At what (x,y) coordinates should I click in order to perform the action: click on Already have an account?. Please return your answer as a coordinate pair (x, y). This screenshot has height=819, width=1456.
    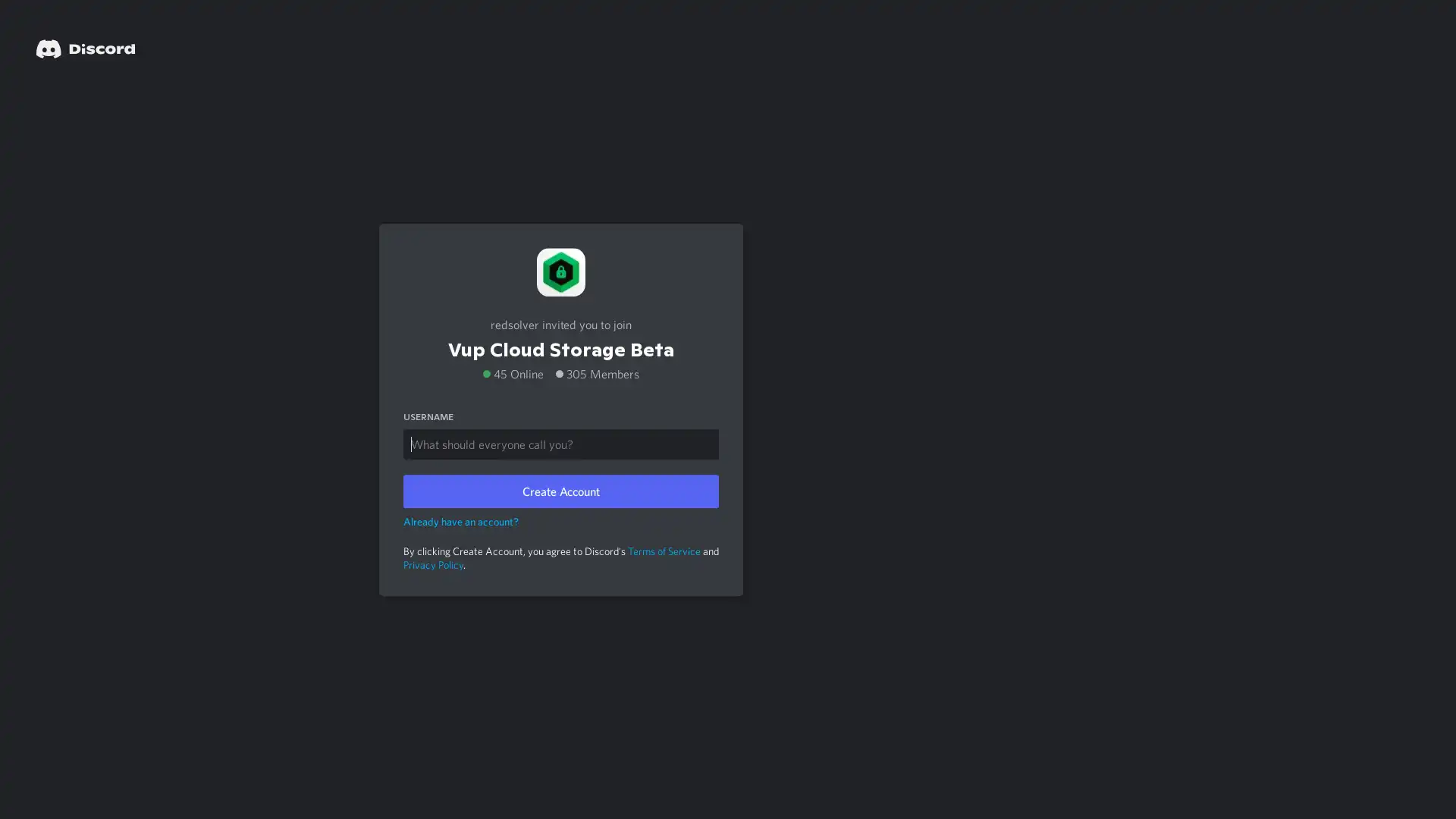
    Looking at the image, I should click on (460, 519).